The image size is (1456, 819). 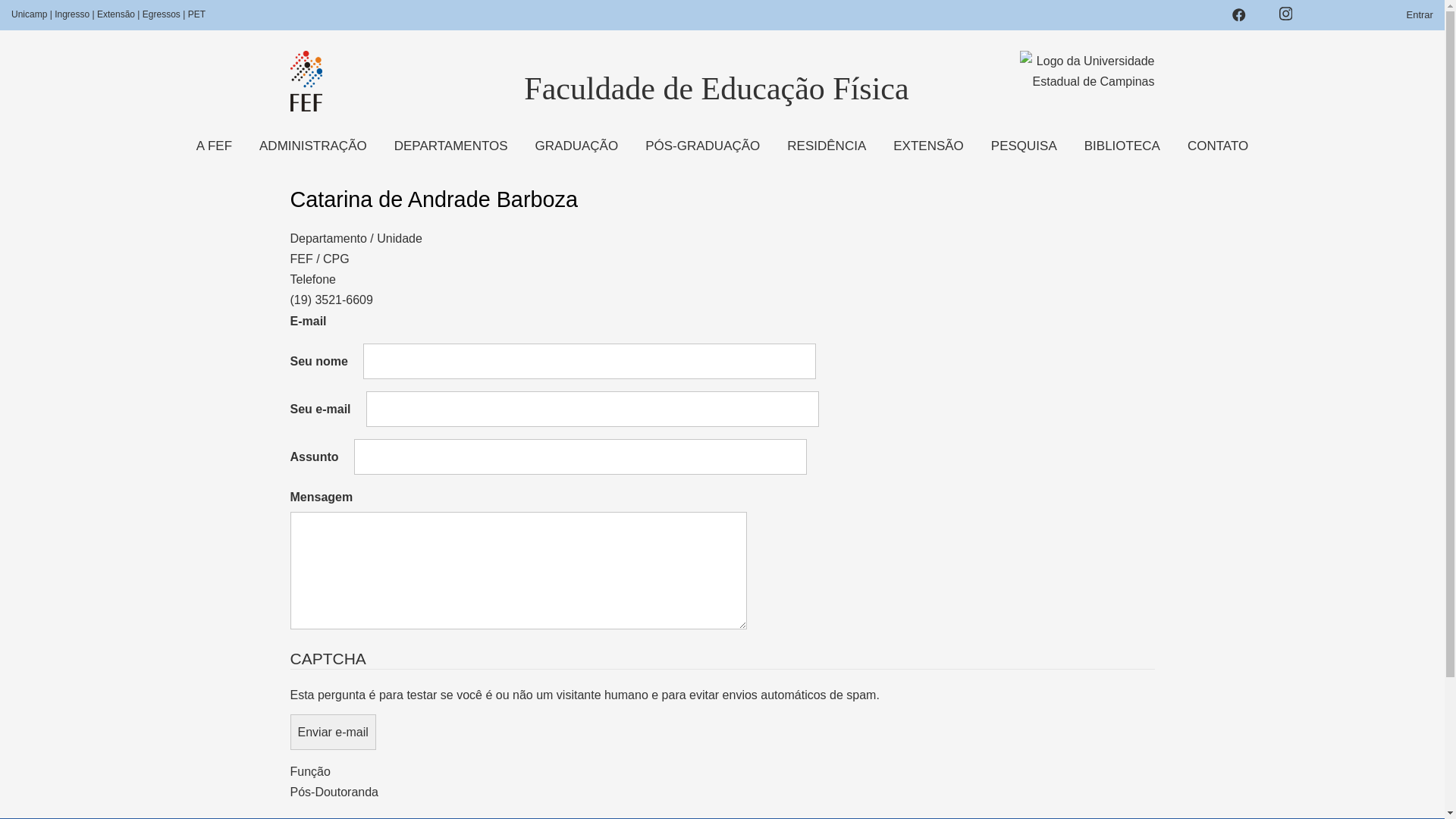 What do you see at coordinates (1024, 146) in the screenshot?
I see `'PESQUISA'` at bounding box center [1024, 146].